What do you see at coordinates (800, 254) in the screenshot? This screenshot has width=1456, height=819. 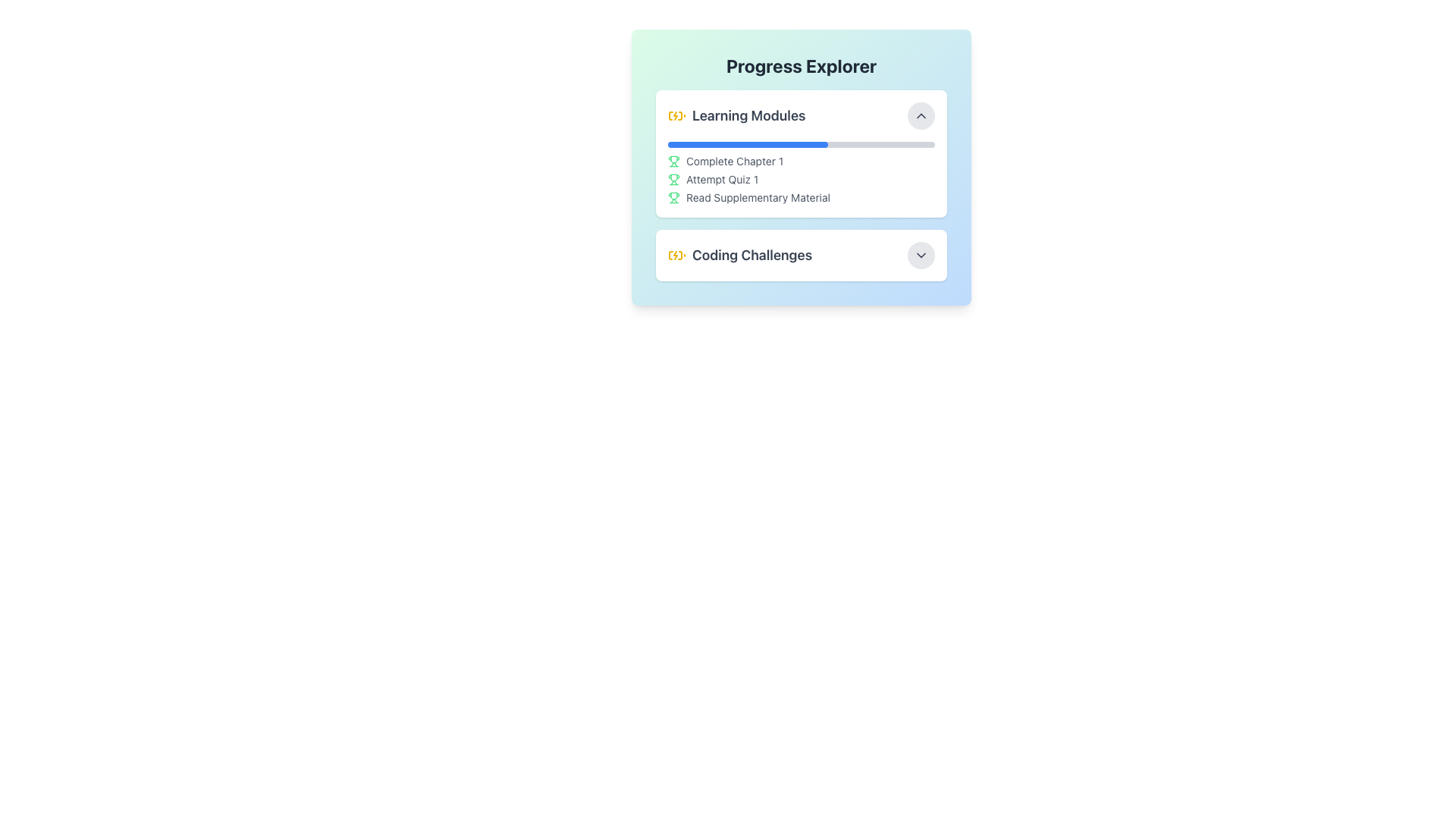 I see `the Collapsible Section Header labeled 'Coding Challenges'` at bounding box center [800, 254].